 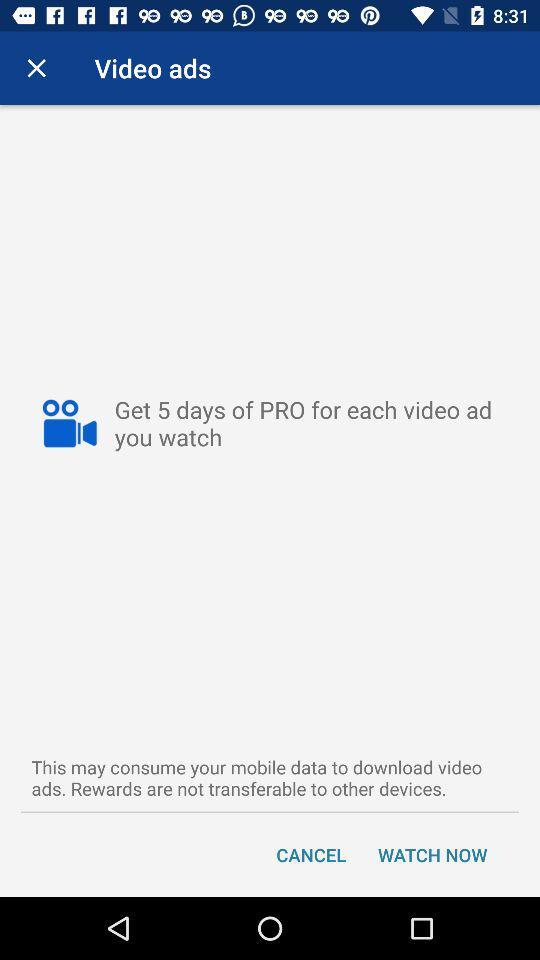 I want to click on icon to the left of video ads icon, so click(x=36, y=68).